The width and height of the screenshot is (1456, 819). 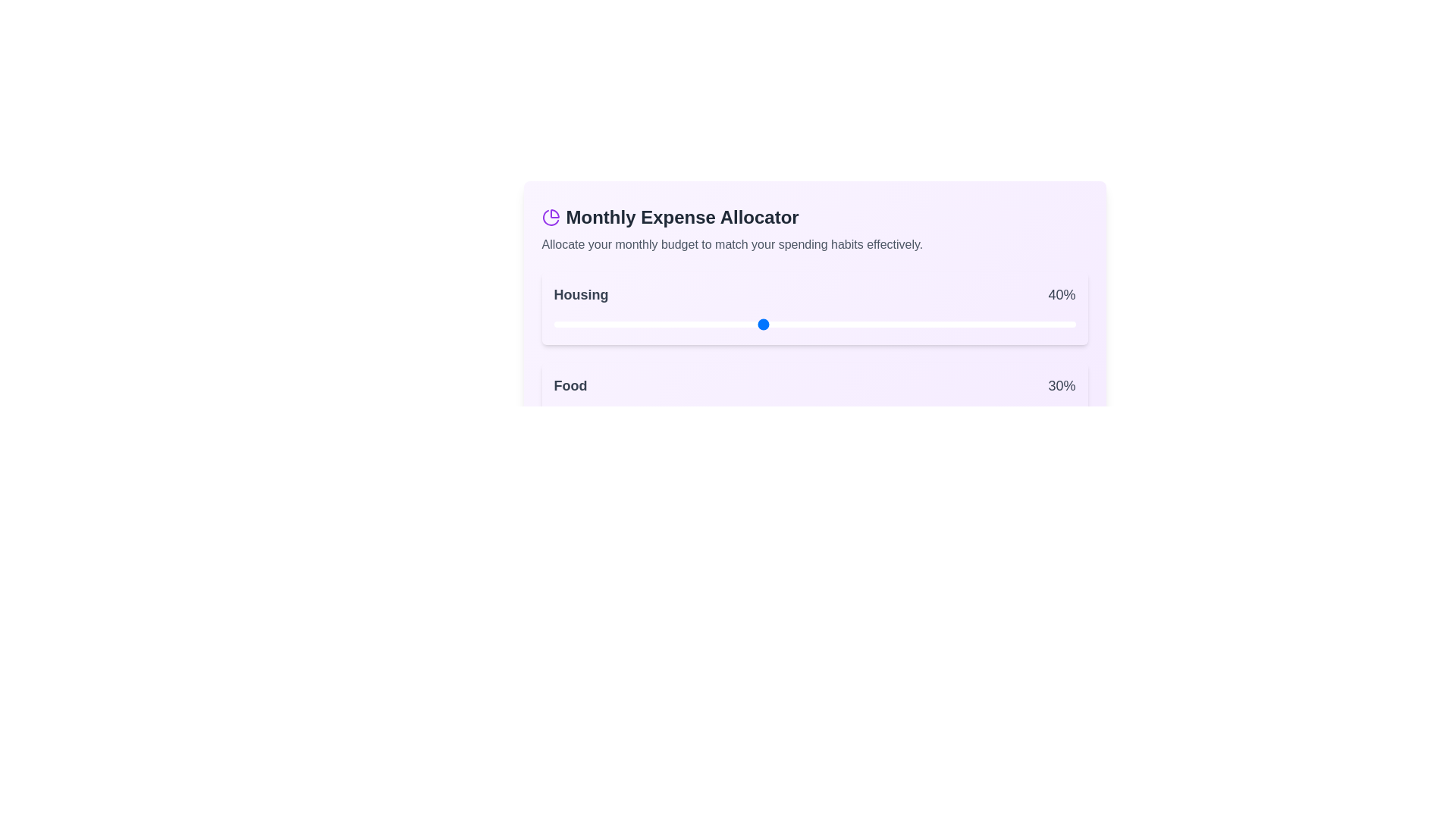 What do you see at coordinates (814, 295) in the screenshot?
I see `the text label displaying the allocated percentage for housing expenses, which shows 'Housing' on the left and '40%' on the right, positioned above the slider control in the budgeting application` at bounding box center [814, 295].